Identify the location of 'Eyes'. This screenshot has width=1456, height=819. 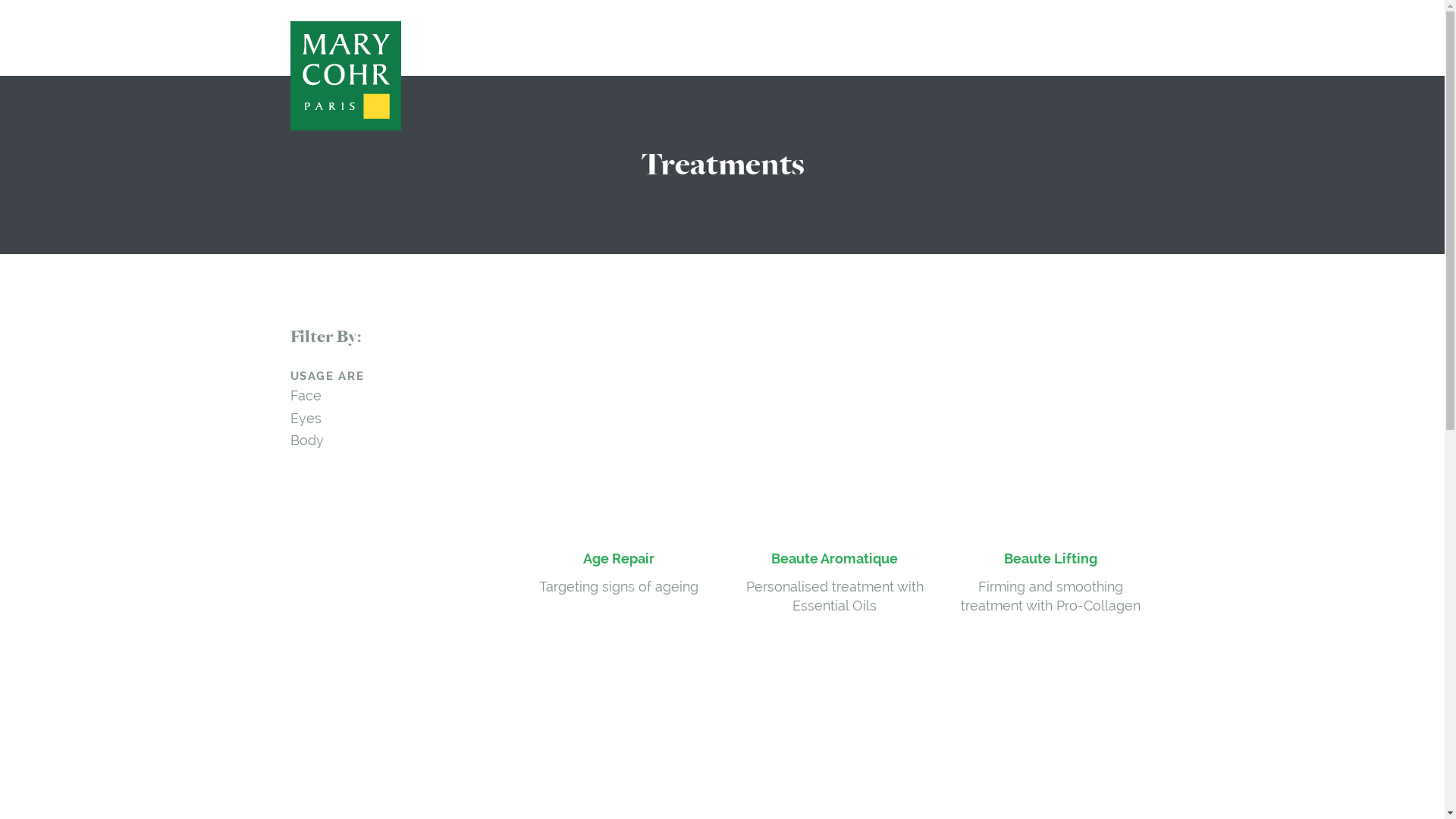
(304, 418).